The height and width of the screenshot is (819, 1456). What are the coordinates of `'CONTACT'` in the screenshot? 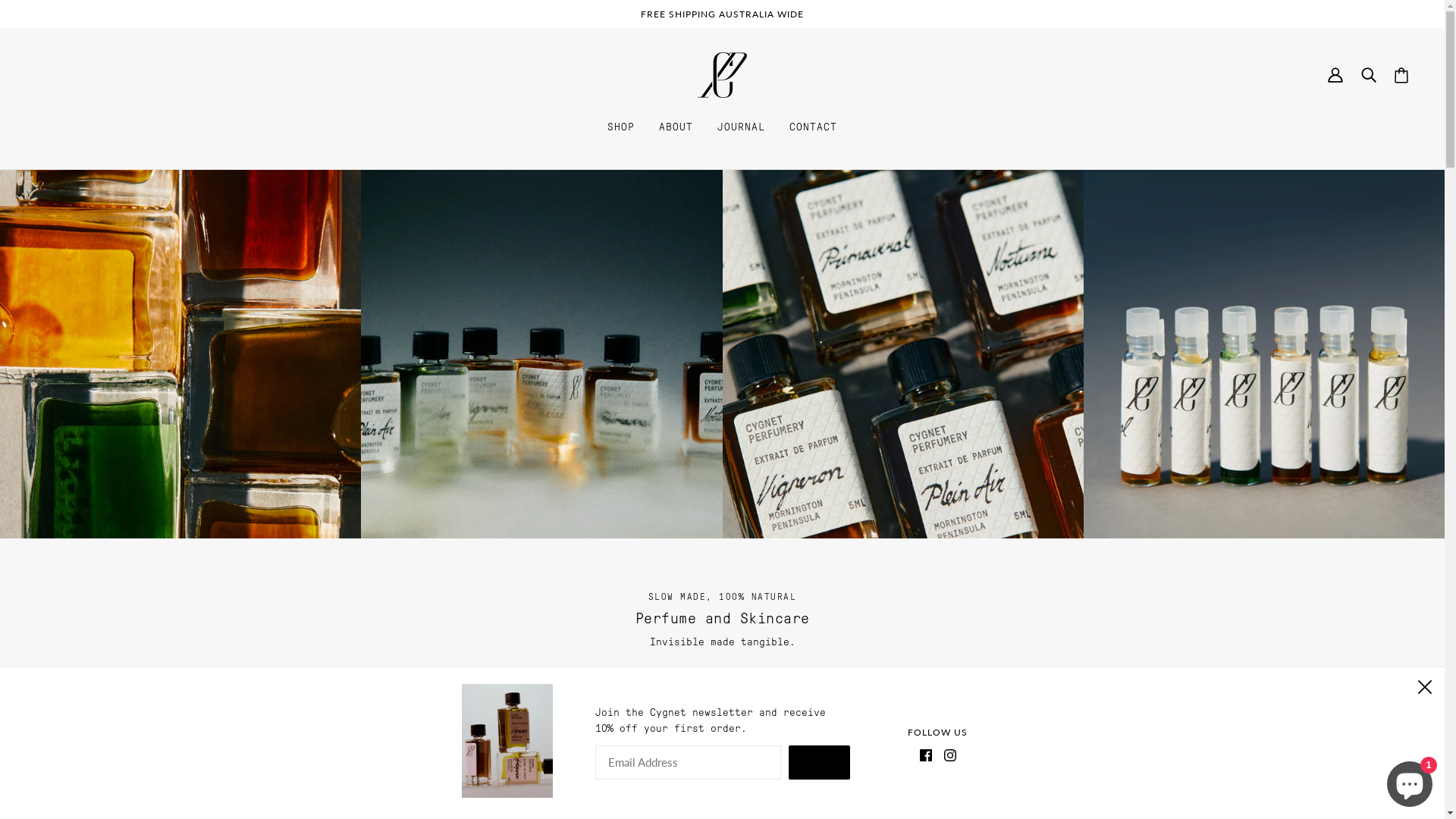 It's located at (812, 127).